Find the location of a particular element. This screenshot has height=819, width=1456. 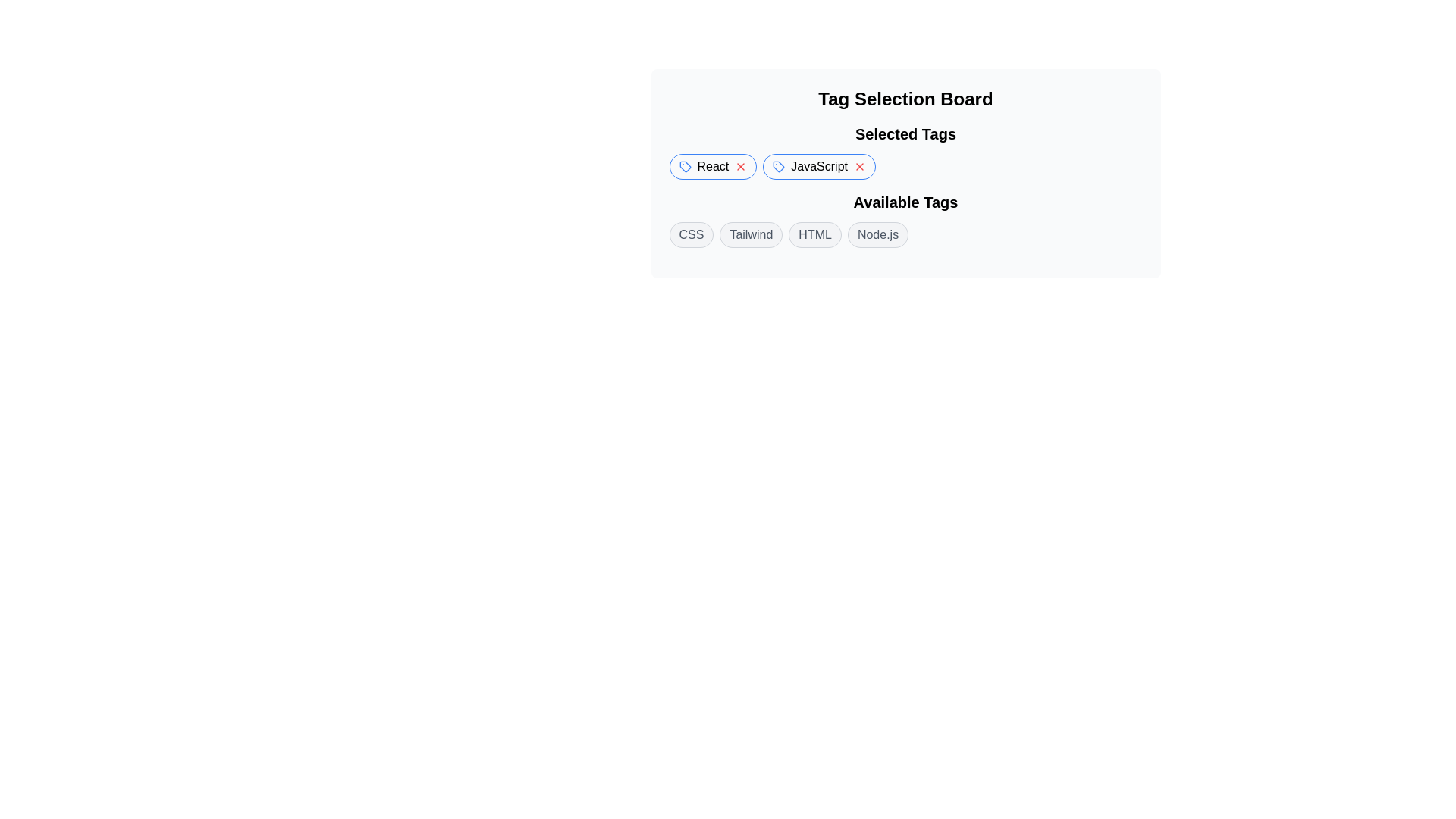

the tag icon element shaped like a tag with blue lines and a dot, which is part of the 'React' tag button in the 'Selected Tags' section is located at coordinates (684, 166).